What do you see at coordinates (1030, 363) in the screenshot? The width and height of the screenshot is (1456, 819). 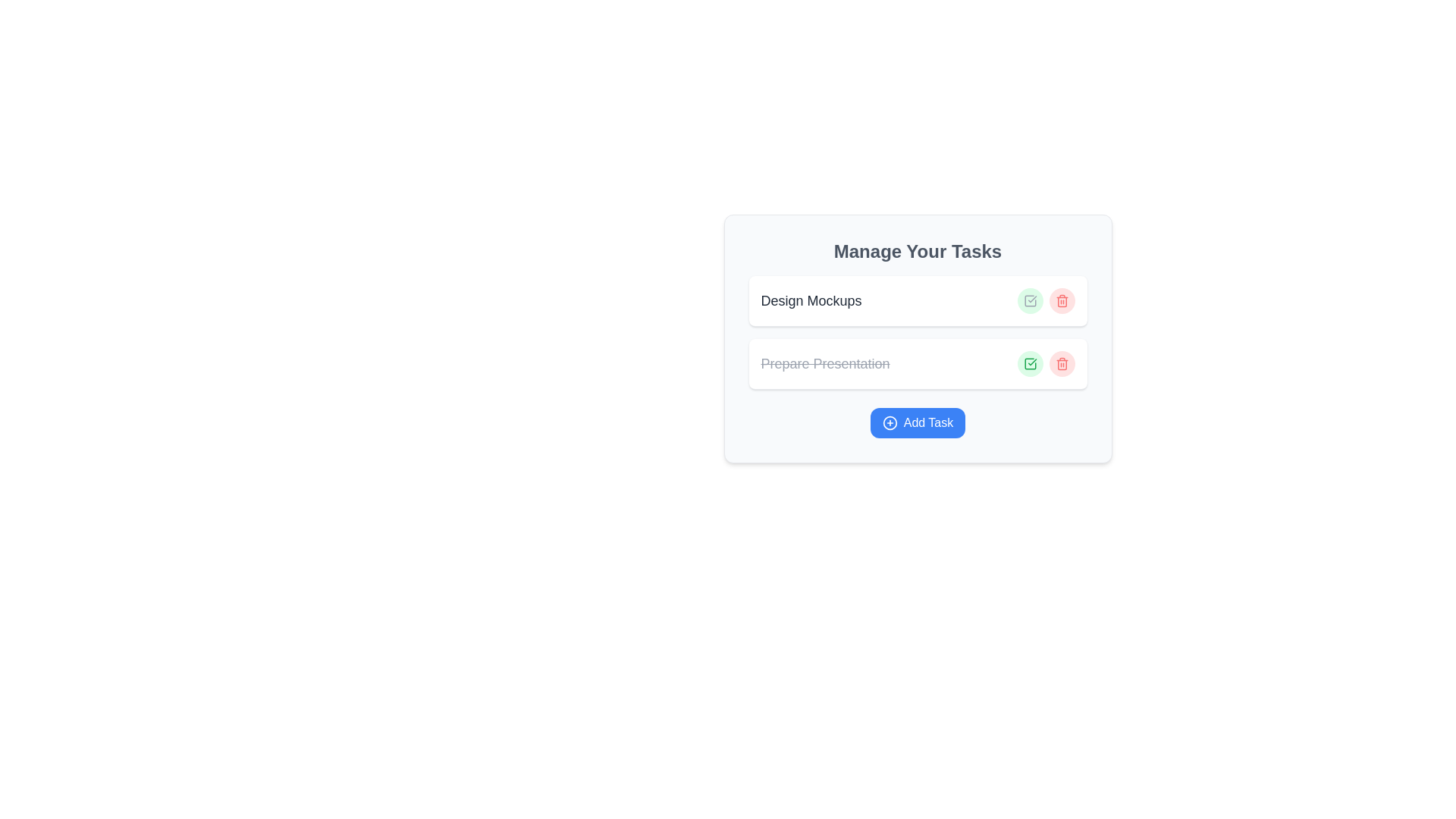 I see `the button that marks the associated task as completed, located to the right of the text 'Prepare Presentation' in the second row of the task list, to observe a hover color change effect` at bounding box center [1030, 363].